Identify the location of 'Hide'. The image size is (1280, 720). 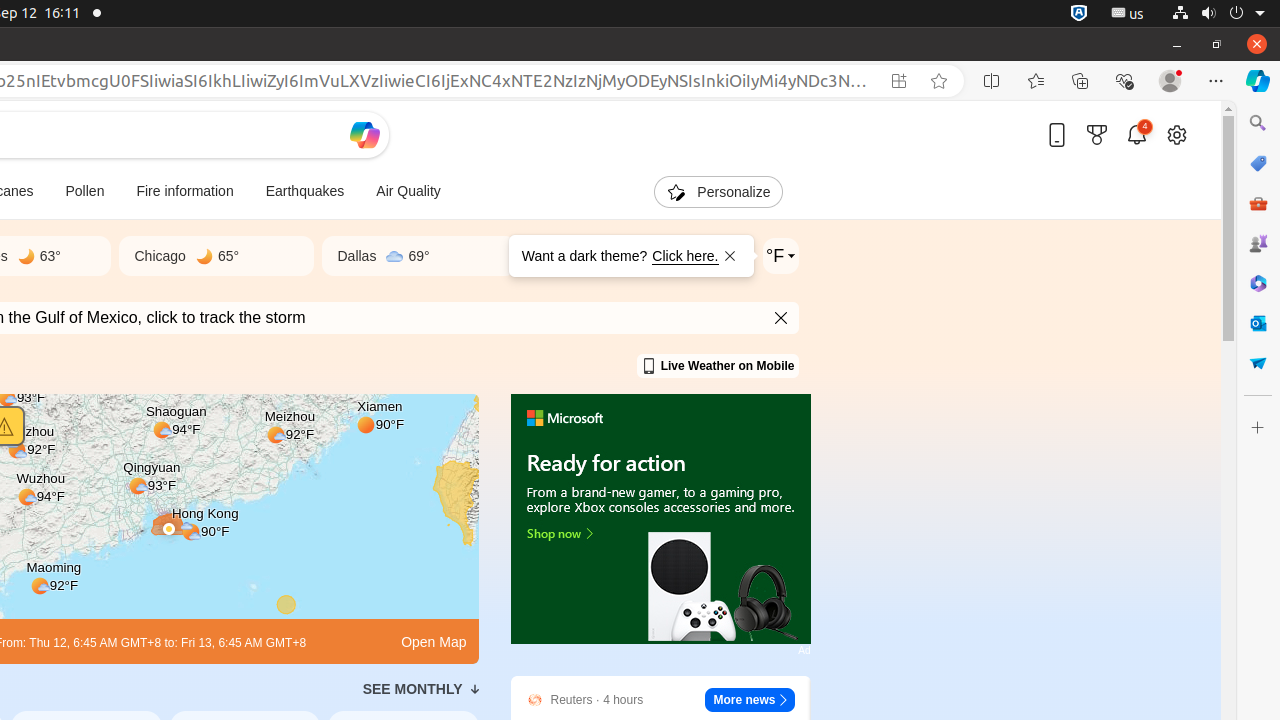
(781, 317).